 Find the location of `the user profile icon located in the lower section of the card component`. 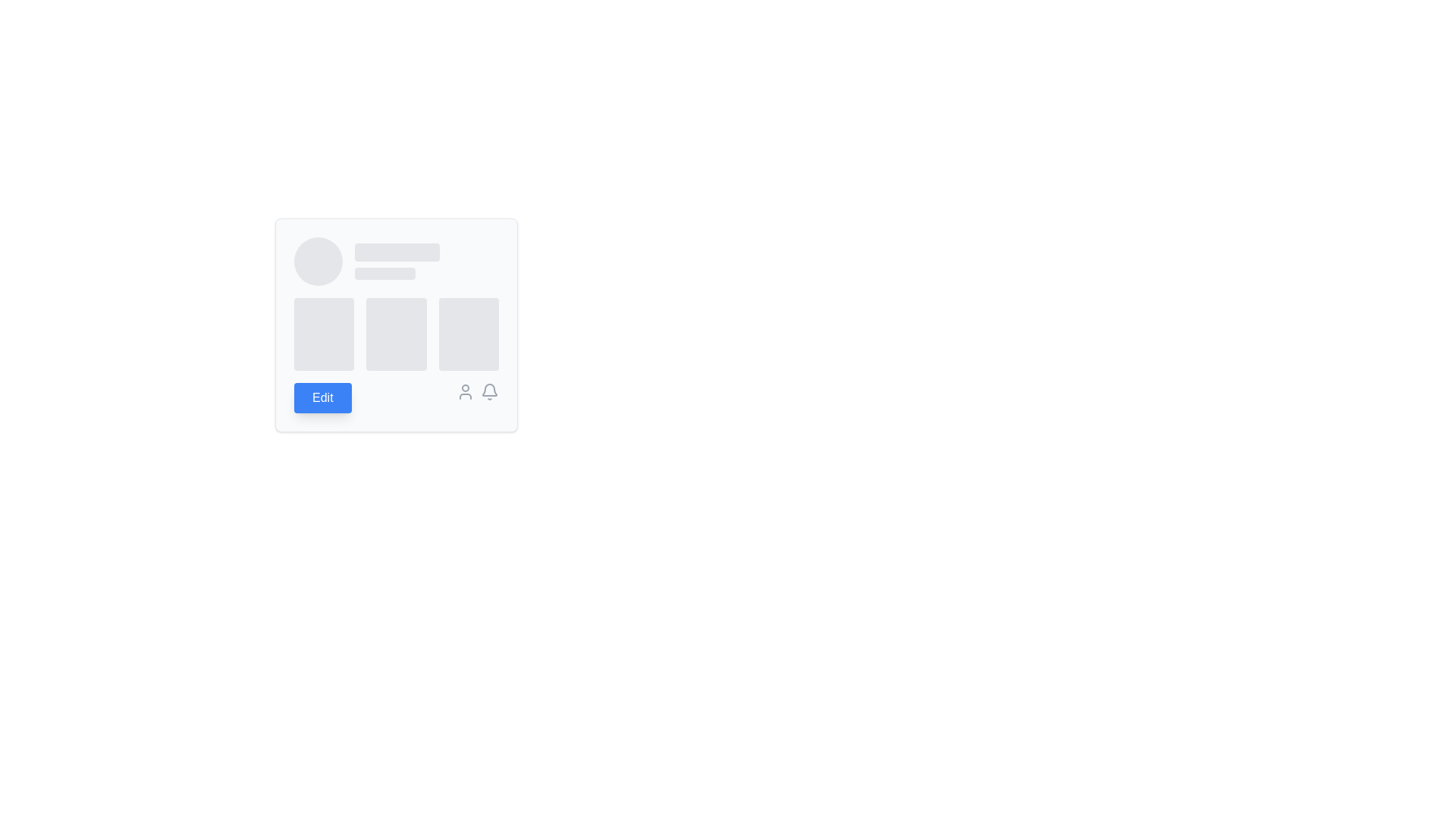

the user profile icon located in the lower section of the card component is located at coordinates (465, 391).